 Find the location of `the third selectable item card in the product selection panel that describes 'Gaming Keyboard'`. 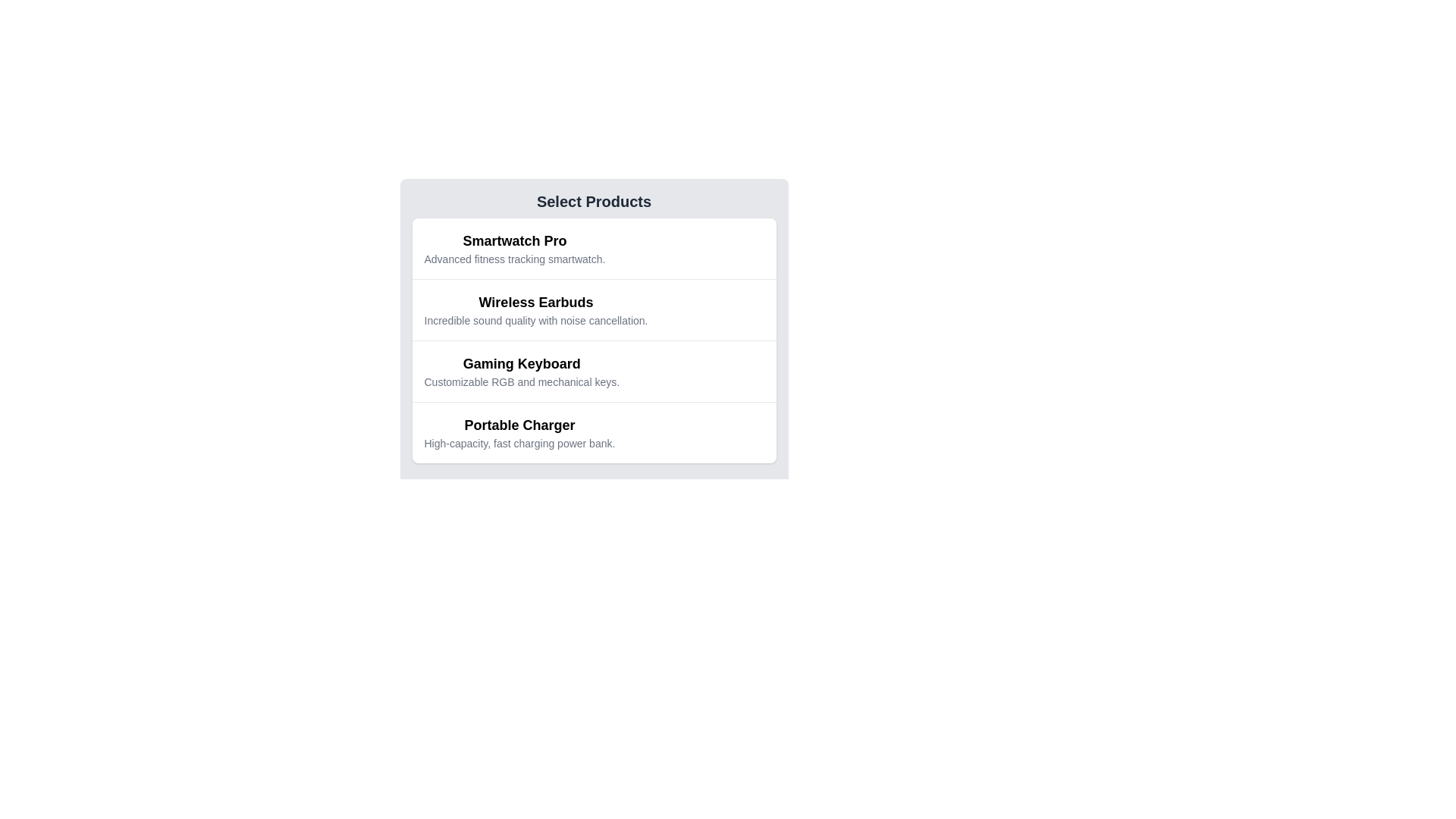

the third selectable item card in the product selection panel that describes 'Gaming Keyboard' is located at coordinates (593, 356).